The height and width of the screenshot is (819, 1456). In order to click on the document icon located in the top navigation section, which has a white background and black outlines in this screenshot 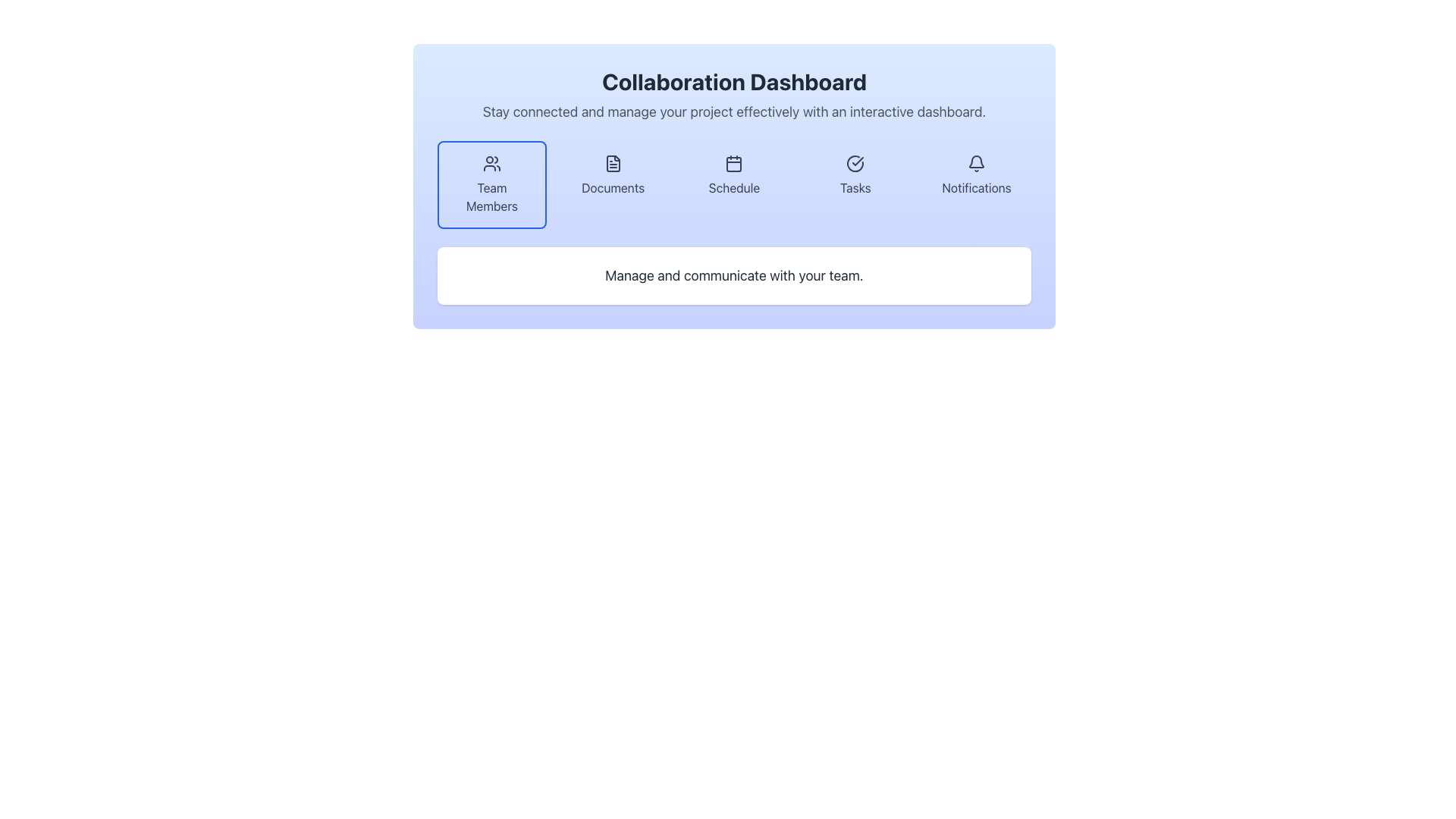, I will do `click(613, 164)`.